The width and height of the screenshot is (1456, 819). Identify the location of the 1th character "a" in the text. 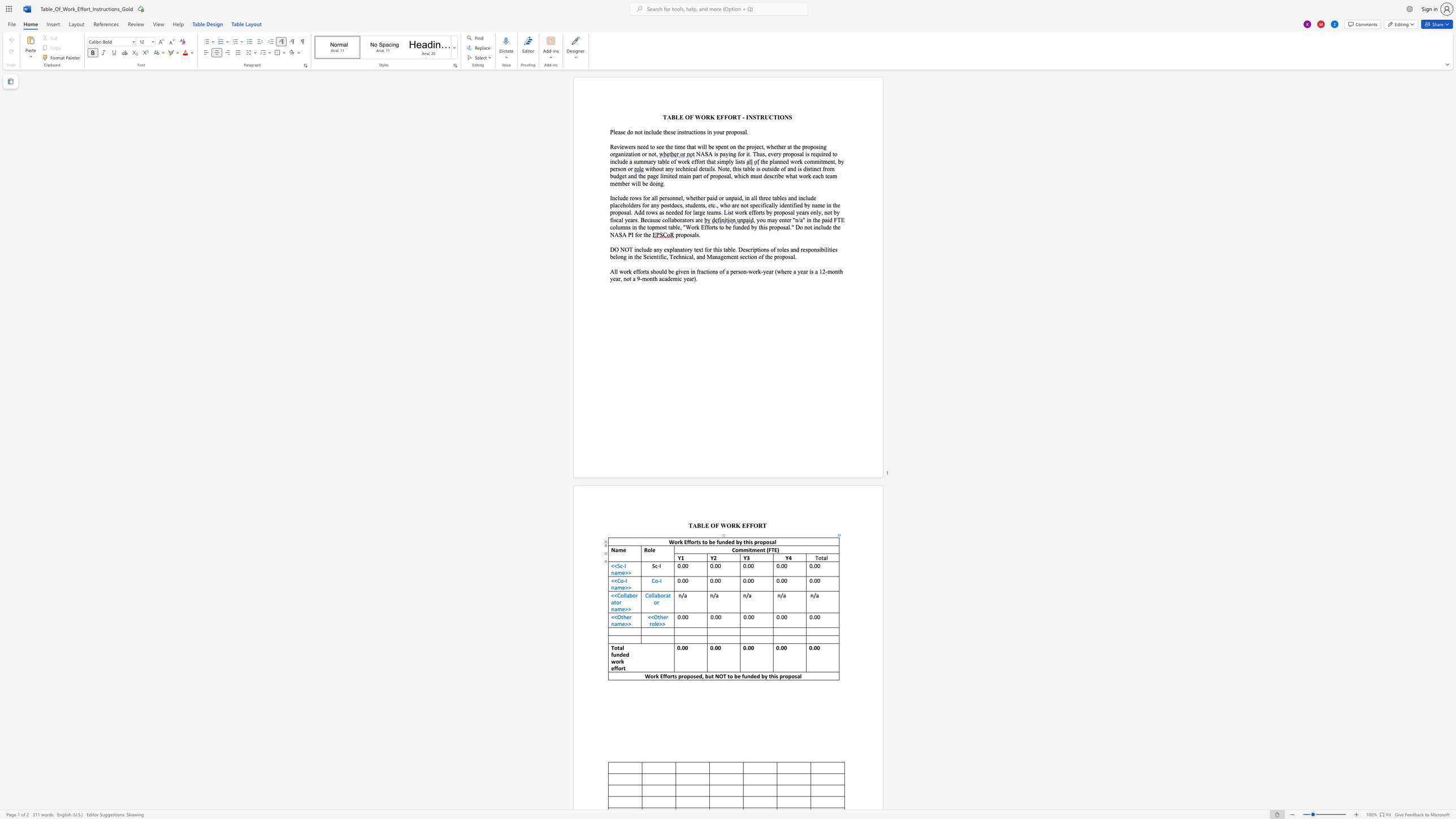
(616, 572).